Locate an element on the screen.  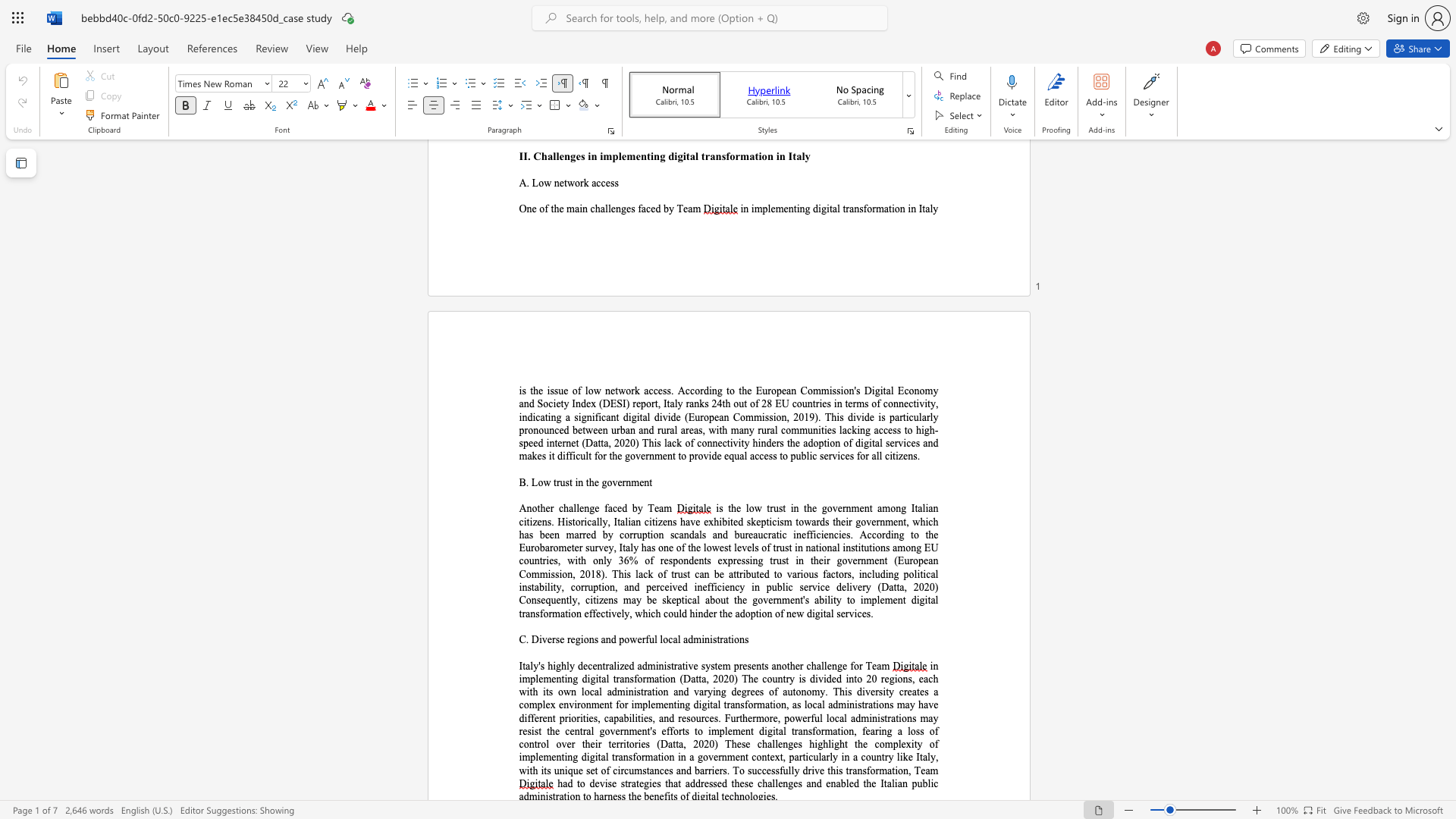
the subset text "ntr" within the text "Italy" is located at coordinates (596, 665).